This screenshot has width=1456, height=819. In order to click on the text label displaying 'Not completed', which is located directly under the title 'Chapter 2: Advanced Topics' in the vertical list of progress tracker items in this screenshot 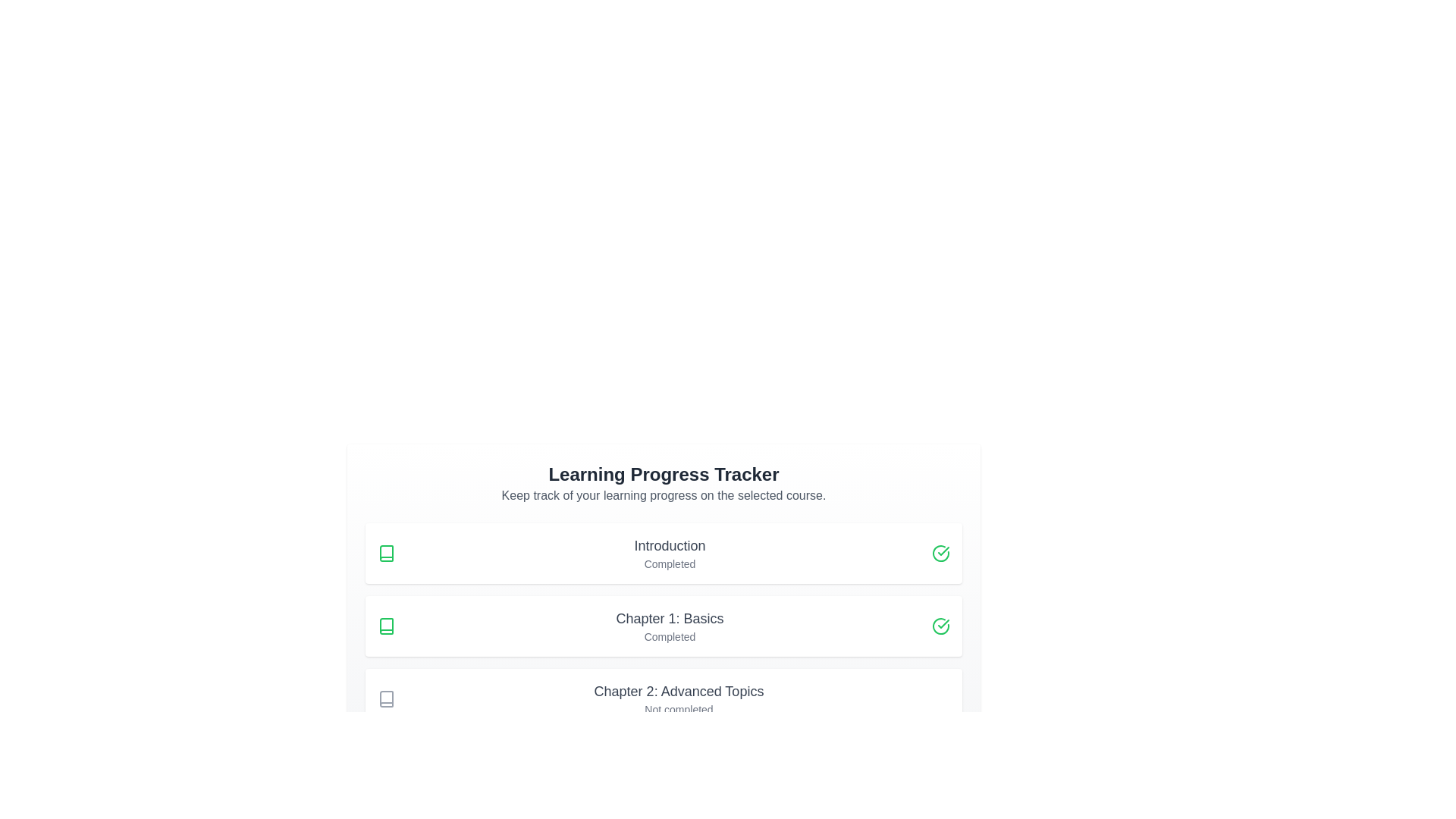, I will do `click(678, 710)`.